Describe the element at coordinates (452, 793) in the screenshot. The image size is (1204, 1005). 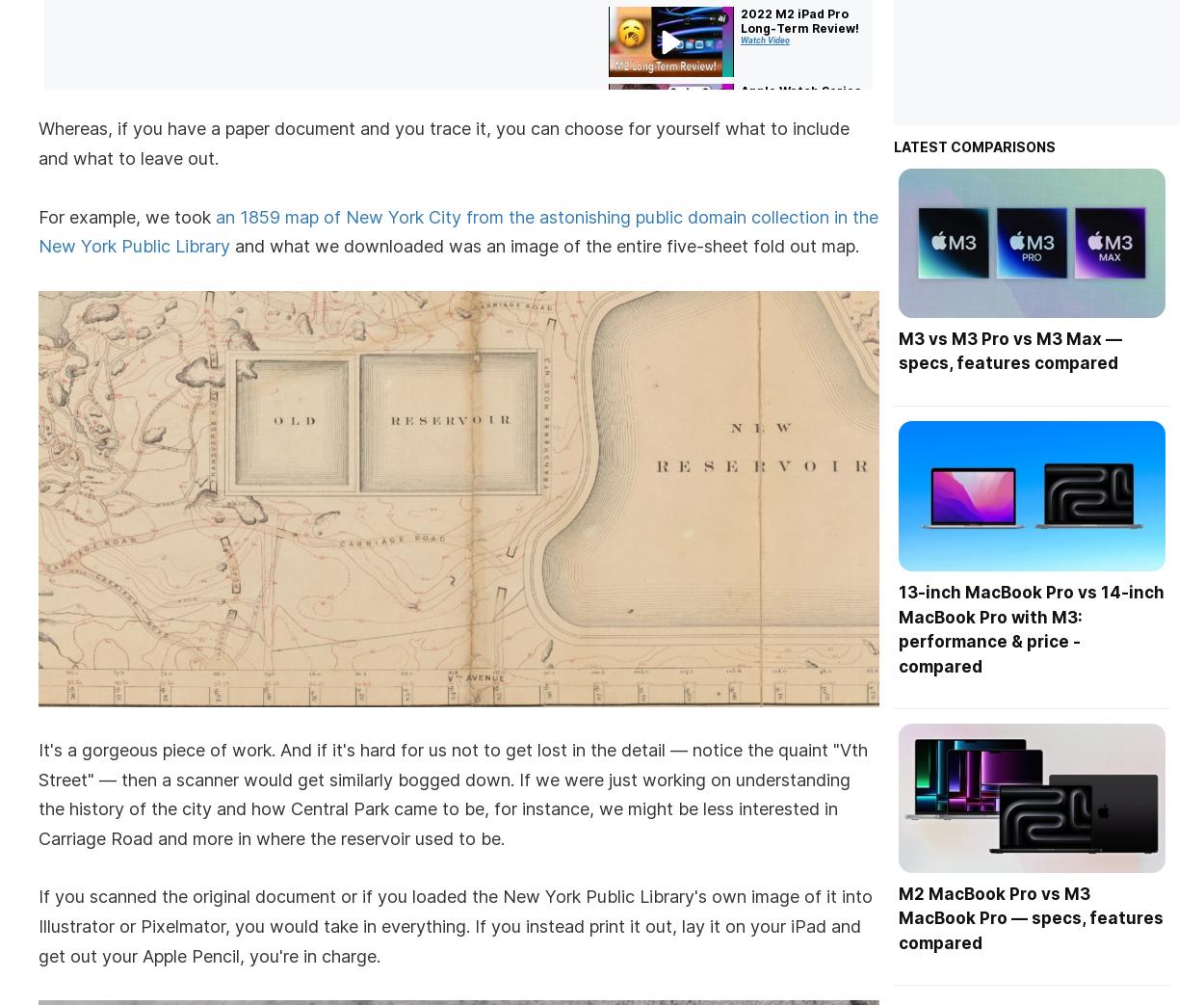
I see `'It's a gorgeous piece of work. And if it's hard for us not to get lost in the detail —  notice the quaint "Vth Street" —  then a scanner would get similarly bogged down. If we were just working on understanding the history of the city and how Central Park came to be, for instance, we might be less interested in Carriage Road and more in where the reservoir used to be.'` at that location.